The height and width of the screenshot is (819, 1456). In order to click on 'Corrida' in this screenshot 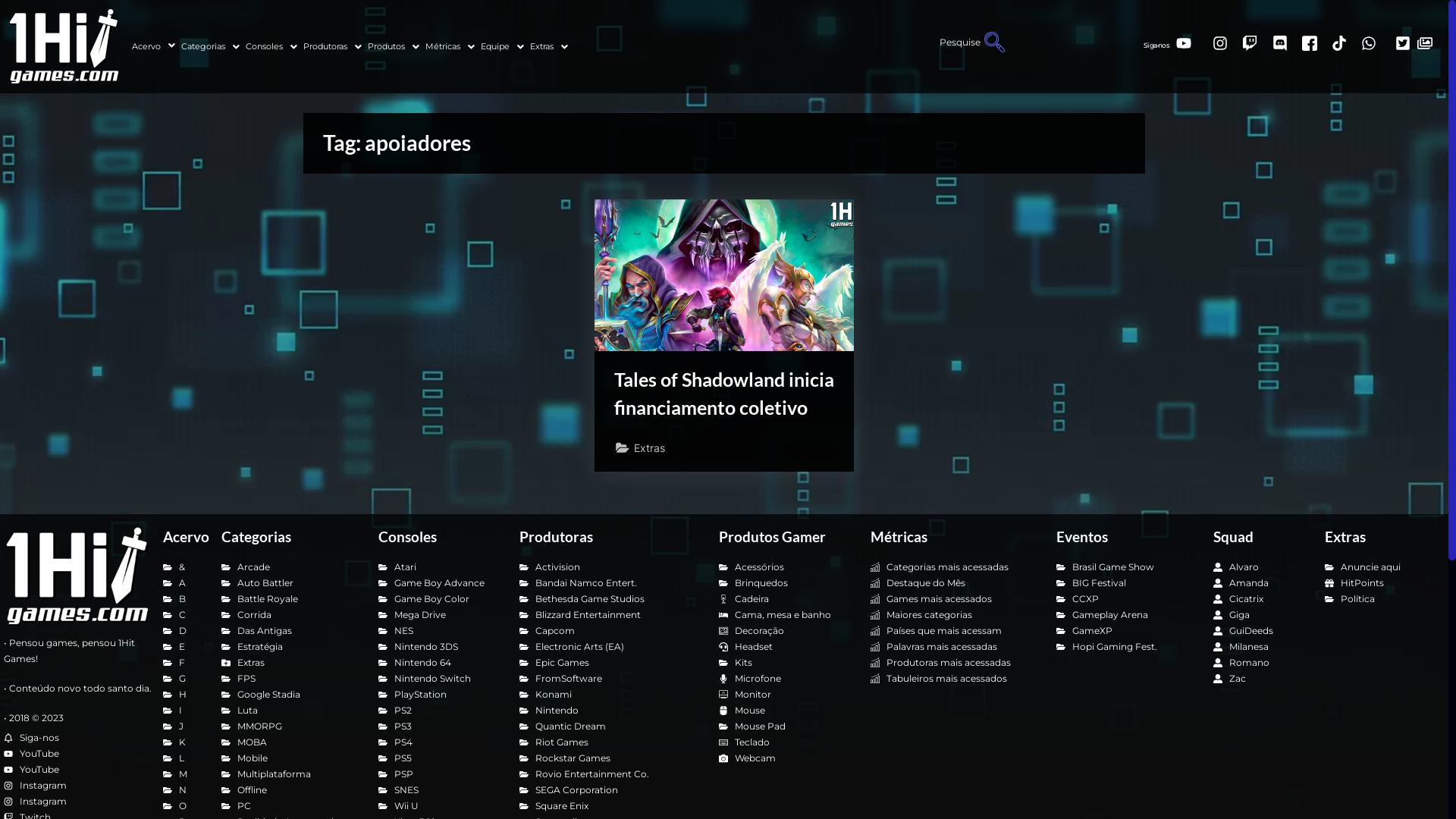, I will do `click(292, 614)`.